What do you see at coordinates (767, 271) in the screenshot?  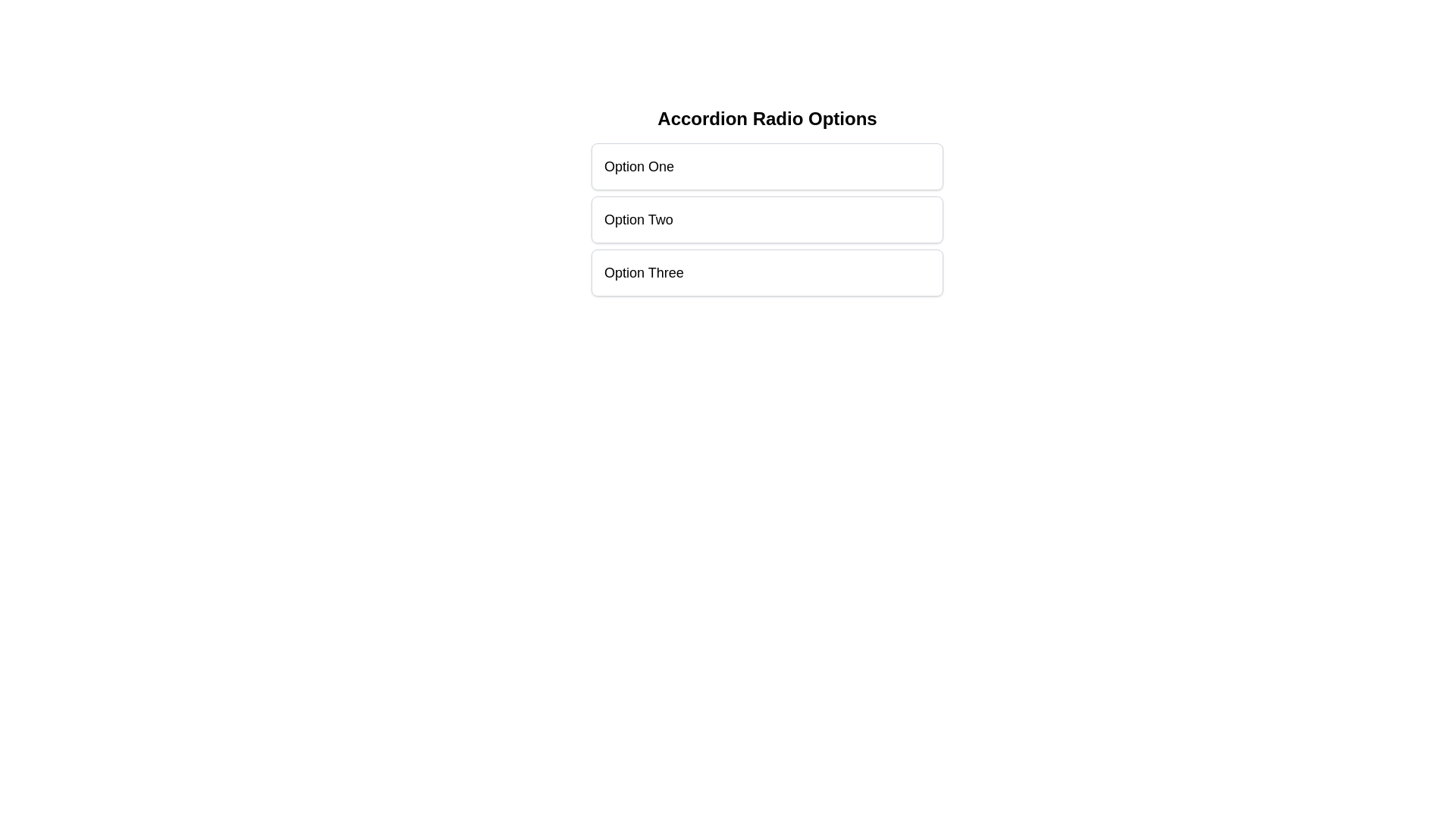 I see `the button labeled 'Option Three'` at bounding box center [767, 271].